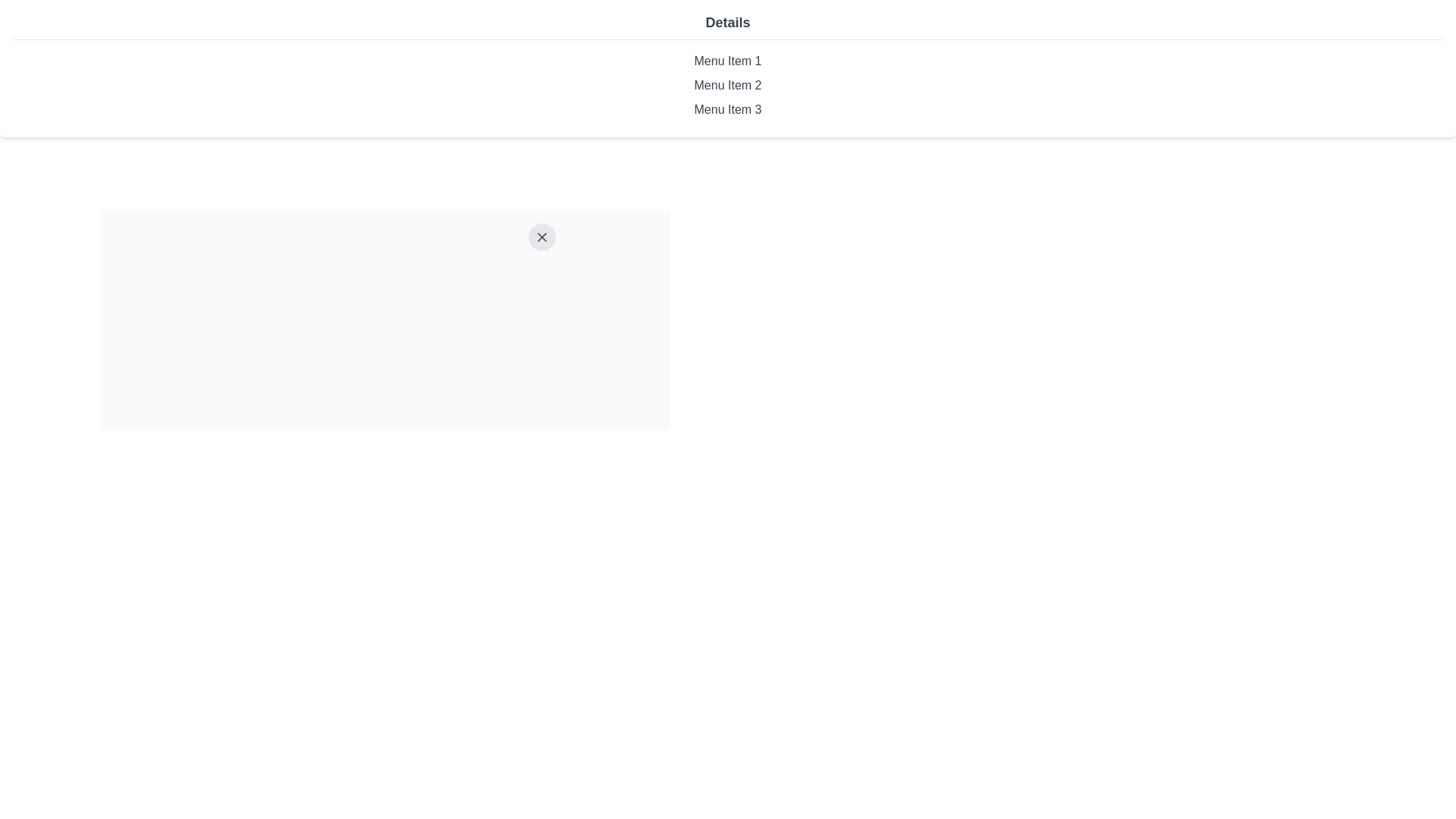 The width and height of the screenshot is (1456, 819). Describe the element at coordinates (541, 237) in the screenshot. I see `the center of the Close icon, which is represented as a diagonal line forming an X shape within a hollow circular area, located at the top-center of the interactive card` at that location.